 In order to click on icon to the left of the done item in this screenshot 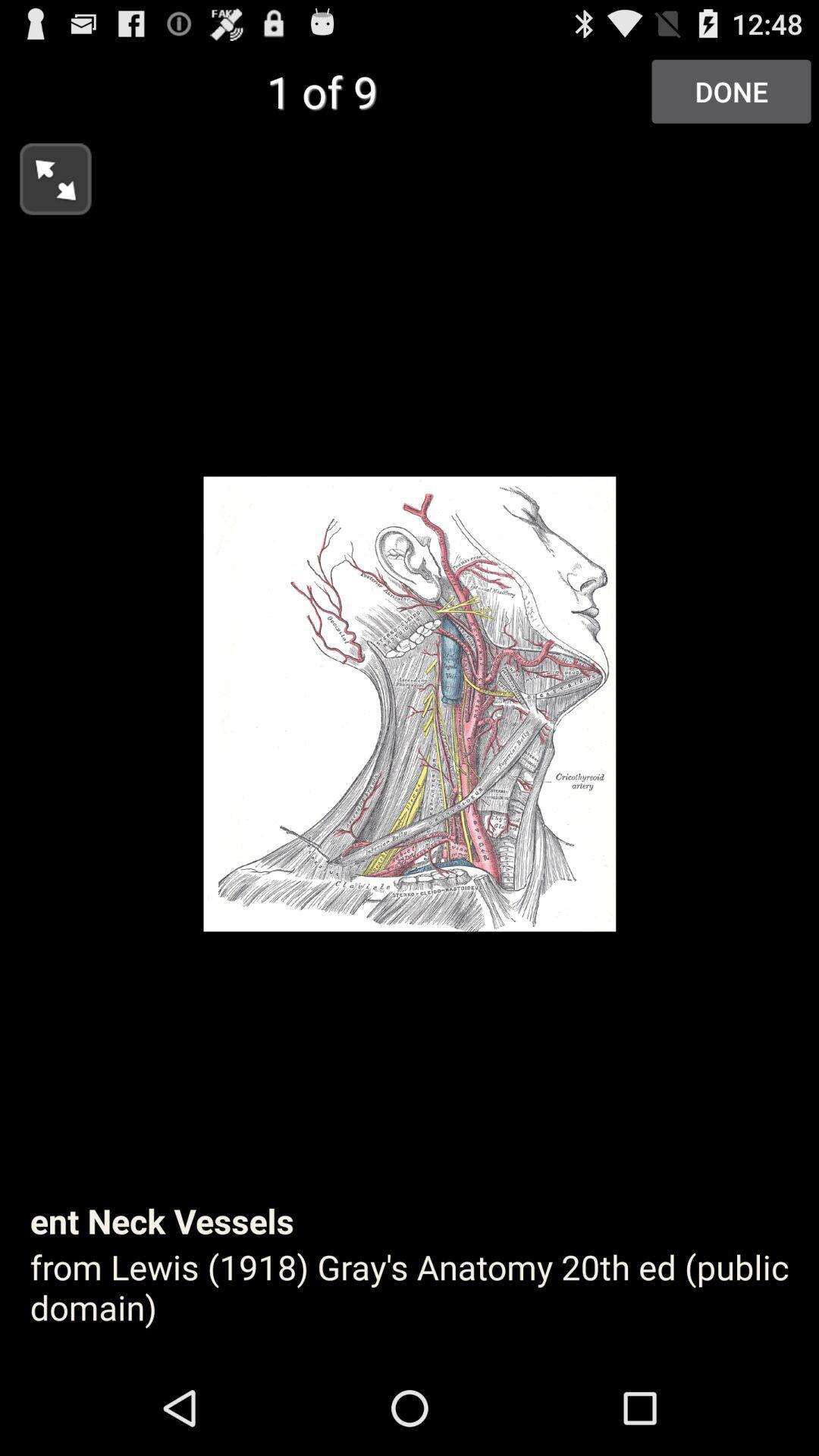, I will do `click(45, 174)`.